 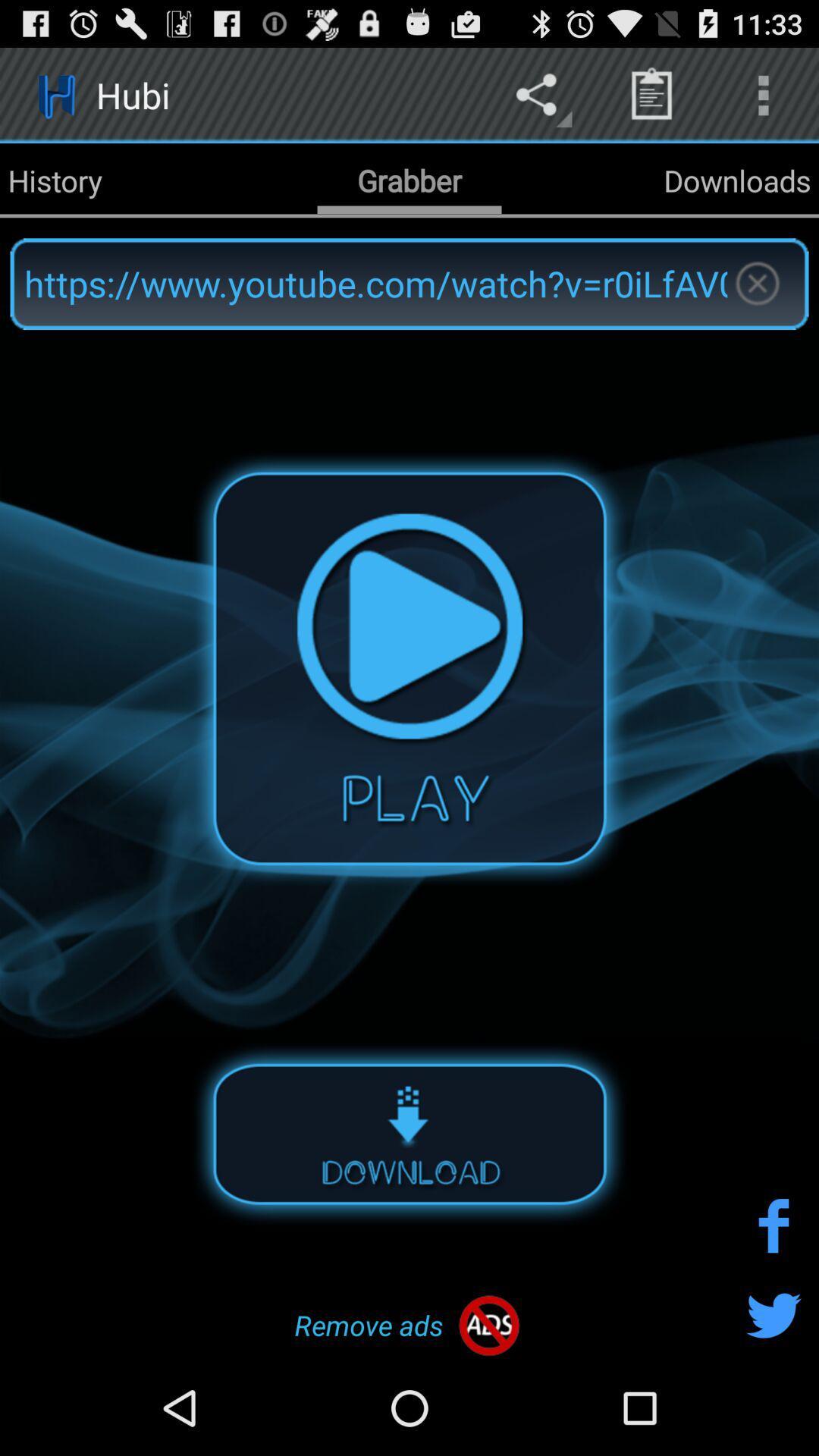 What do you see at coordinates (409, 667) in the screenshot?
I see `button` at bounding box center [409, 667].